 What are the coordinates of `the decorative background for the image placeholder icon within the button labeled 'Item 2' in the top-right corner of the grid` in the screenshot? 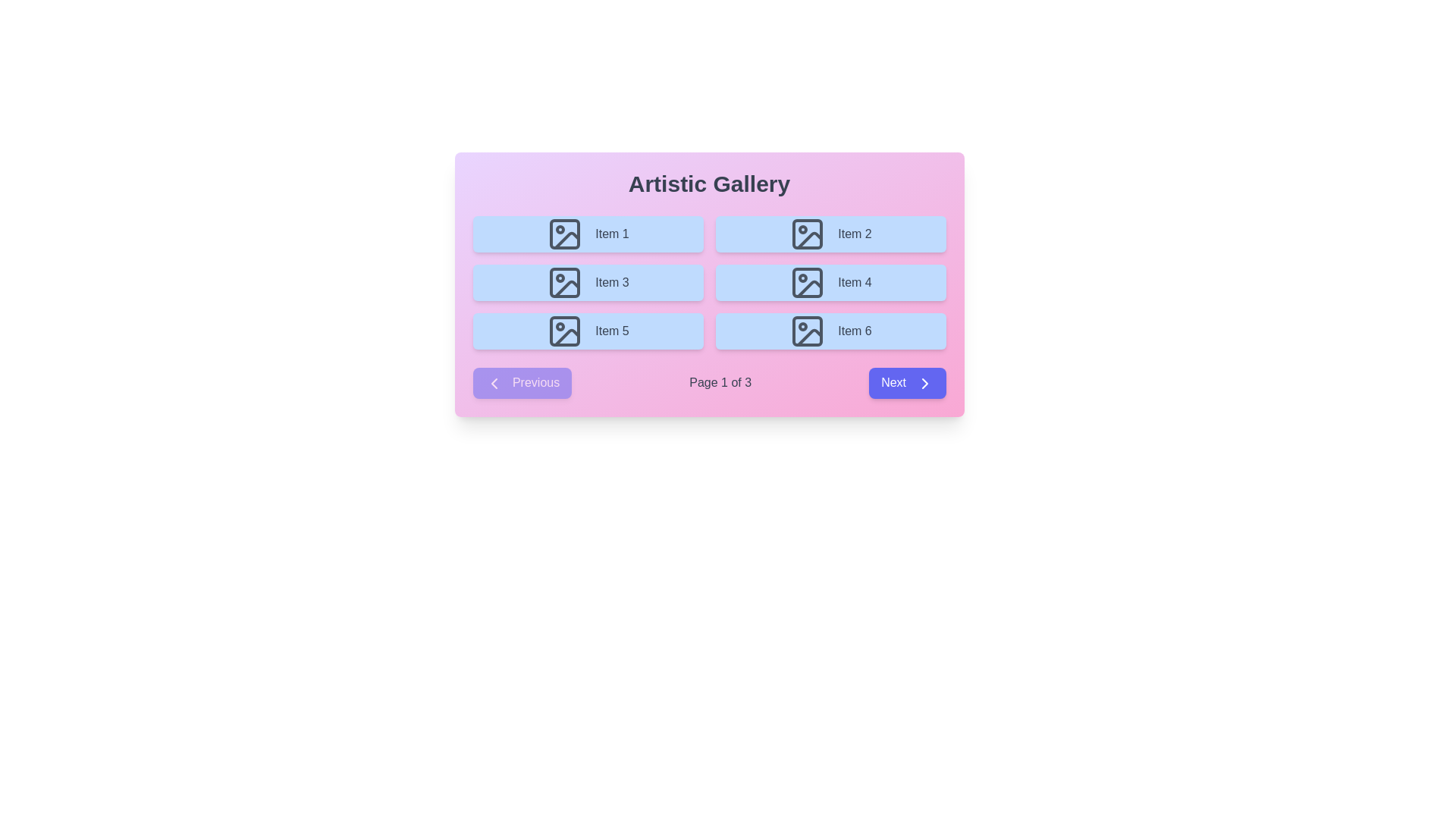 It's located at (807, 234).